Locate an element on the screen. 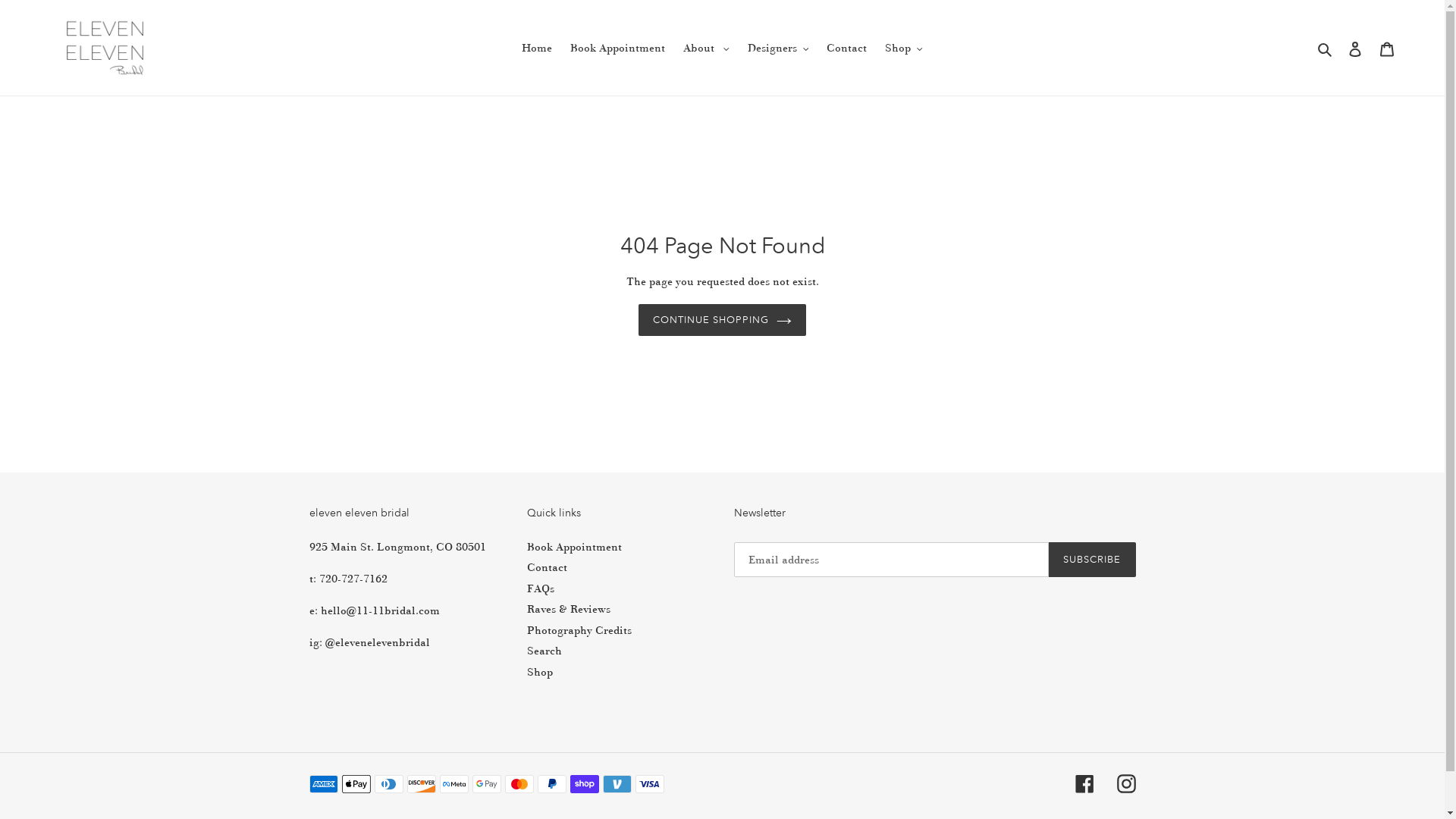 The image size is (1456, 819). 'Book Appointment' is located at coordinates (573, 547).